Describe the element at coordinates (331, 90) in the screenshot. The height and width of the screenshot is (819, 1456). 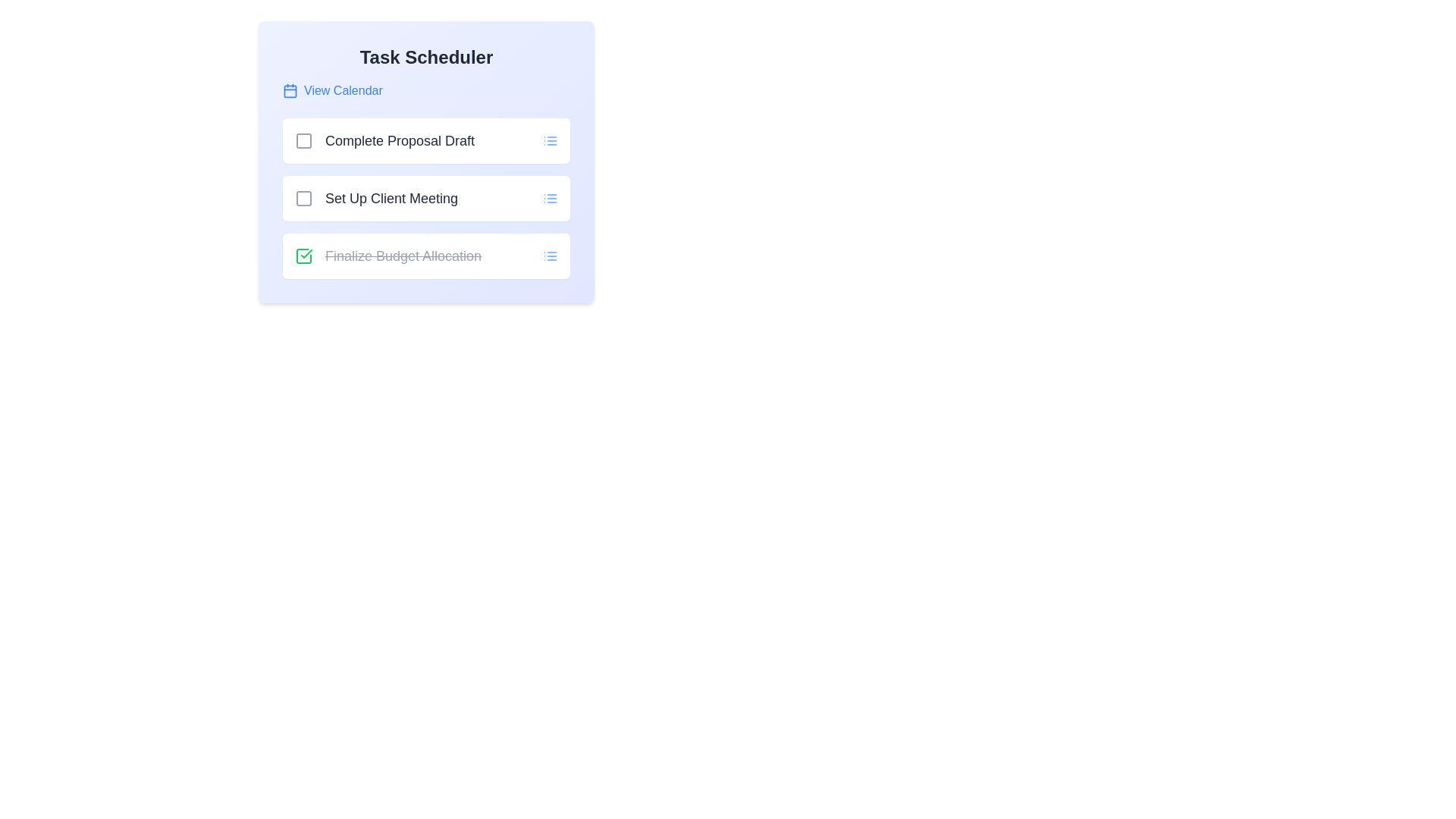
I see `the 'View Calendar' button` at that location.